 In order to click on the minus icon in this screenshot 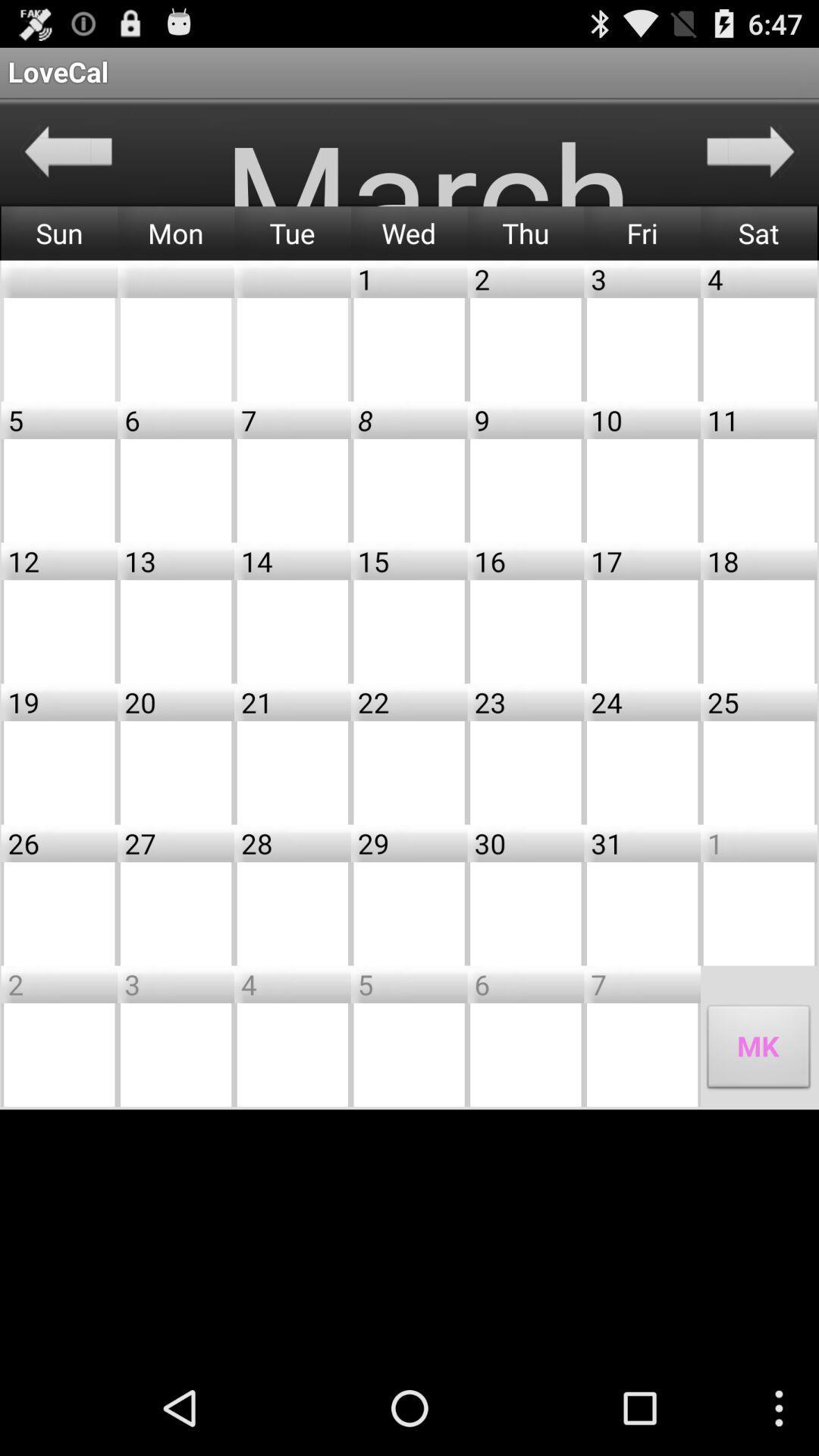, I will do `click(175, 525)`.